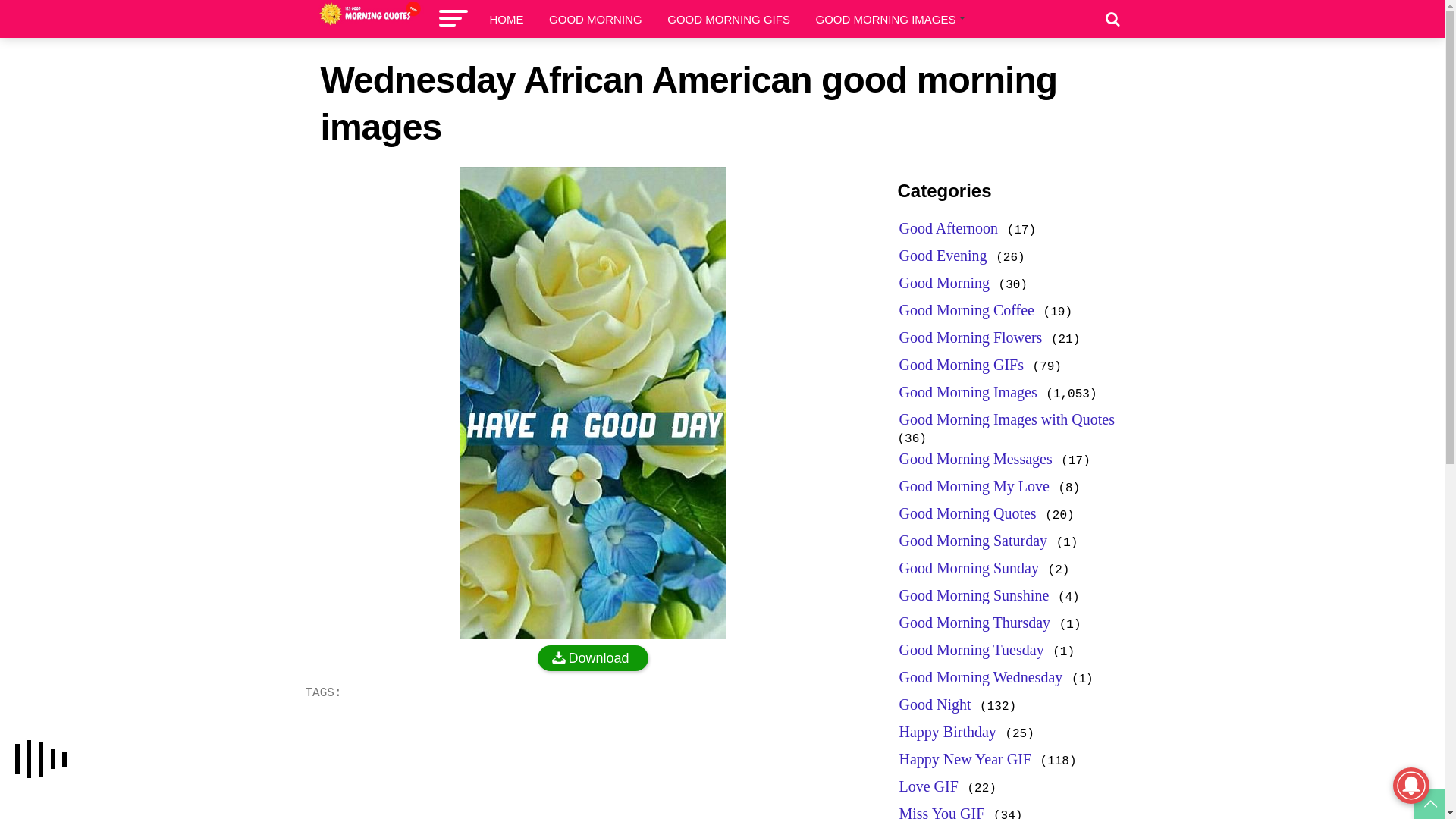 The image size is (1456, 819). I want to click on 'Good Morning Messages', so click(975, 458).